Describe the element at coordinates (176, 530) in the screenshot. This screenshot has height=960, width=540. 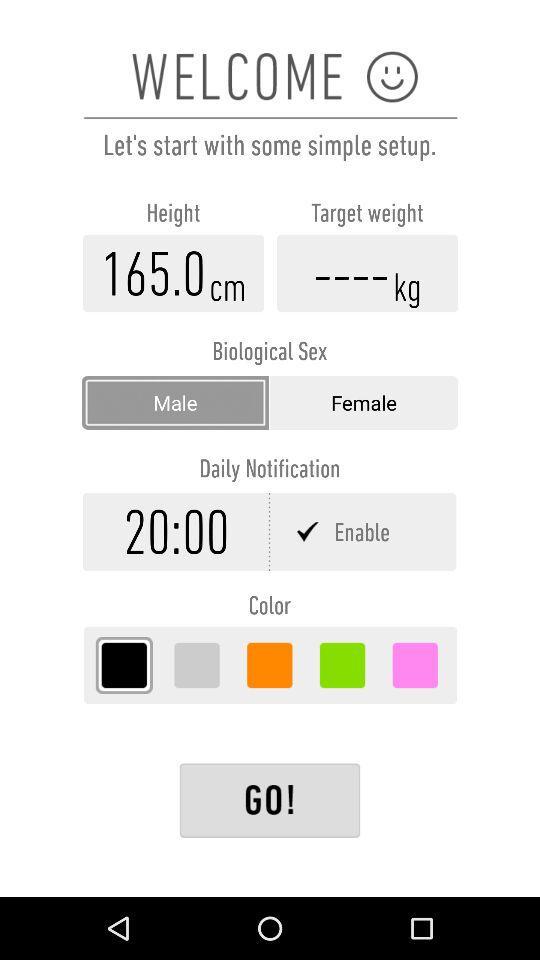
I see `daily notification timer option` at that location.